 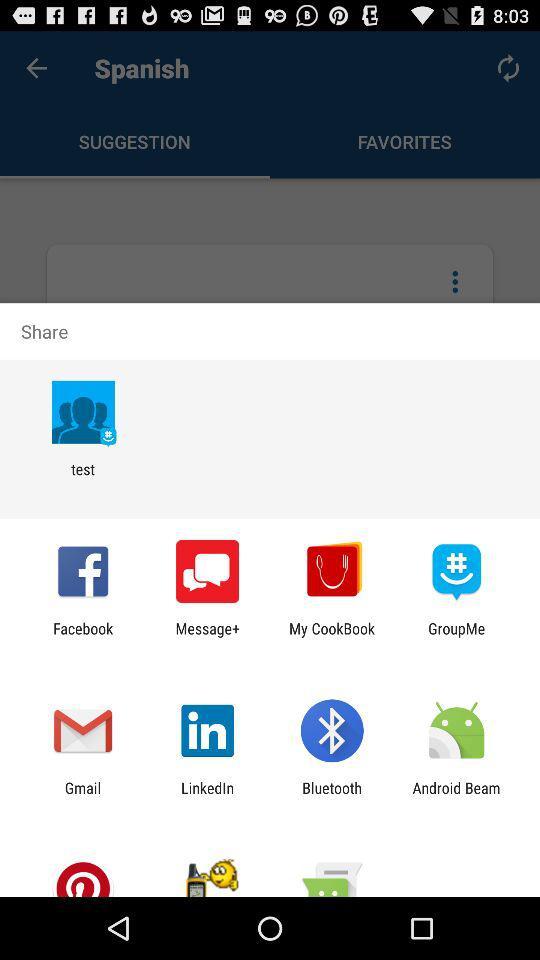 I want to click on gmail, so click(x=82, y=796).